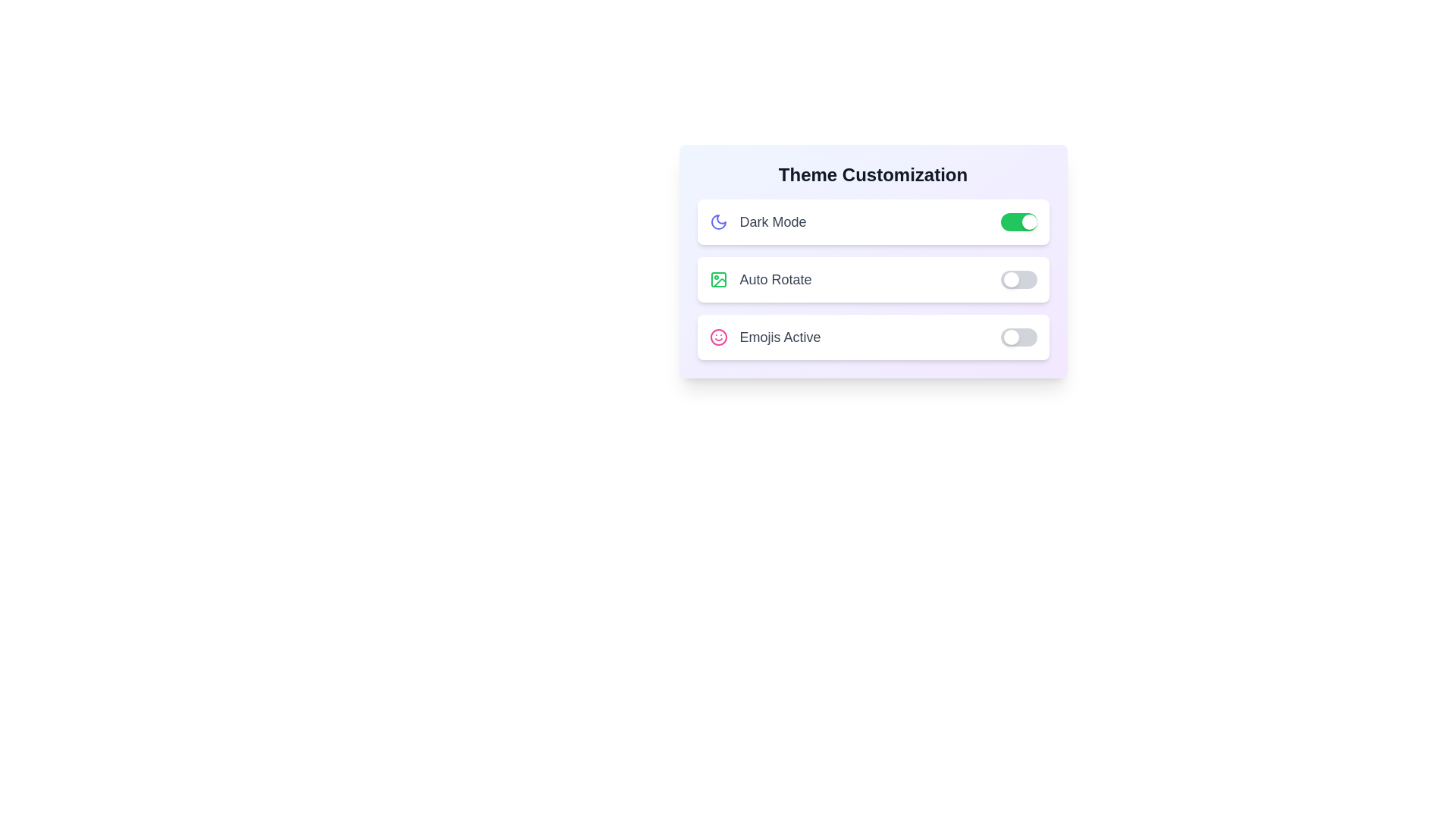 The height and width of the screenshot is (819, 1456). I want to click on the 'Auto Rotate' icon in the 'Theme Customization' section, which is positioned on the left side of the row and aligned with the label 'Auto Rotate', so click(717, 280).